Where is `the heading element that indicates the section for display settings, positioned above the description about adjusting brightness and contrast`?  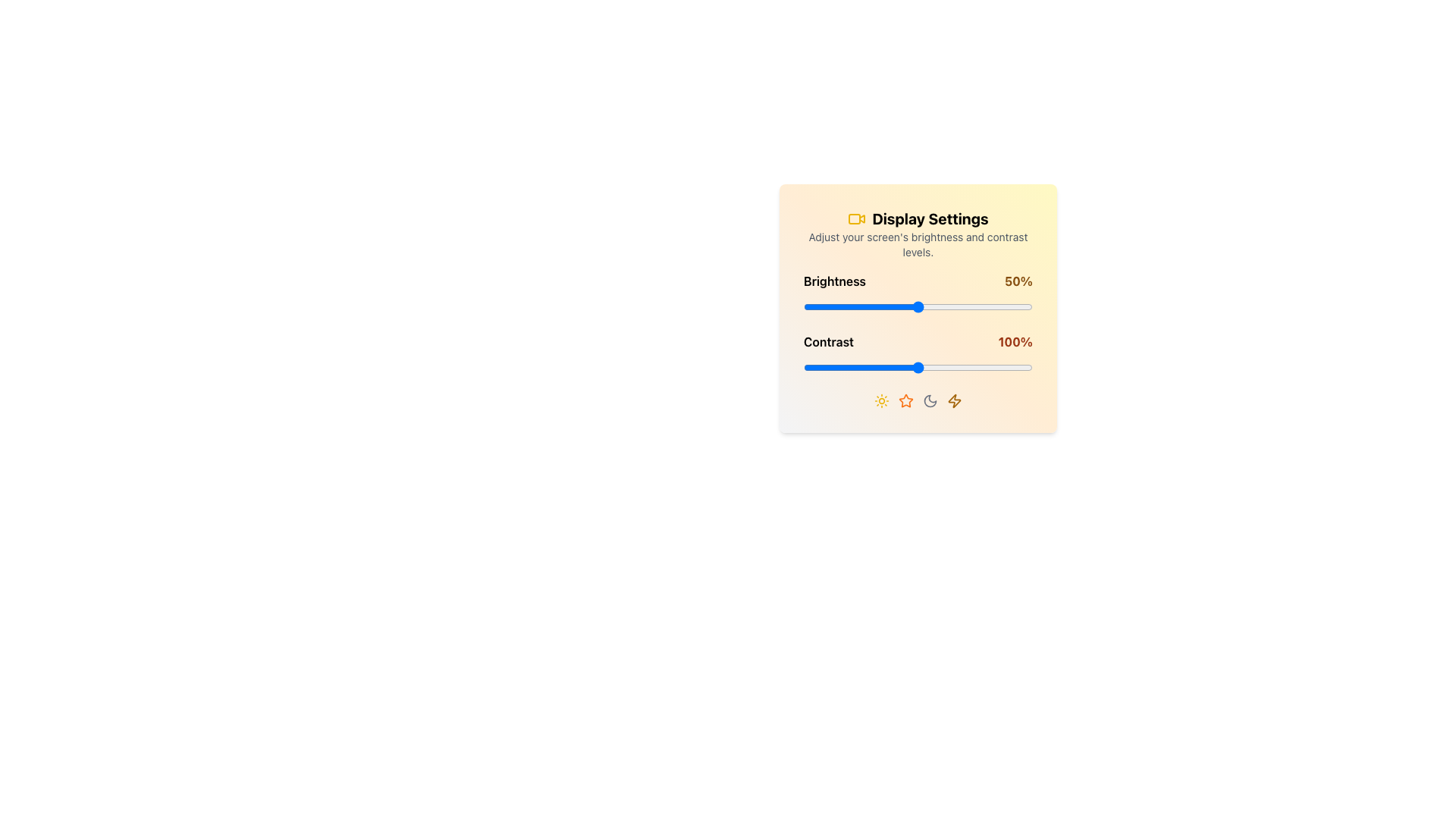 the heading element that indicates the section for display settings, positioned above the description about adjusting brightness and contrast is located at coordinates (917, 219).